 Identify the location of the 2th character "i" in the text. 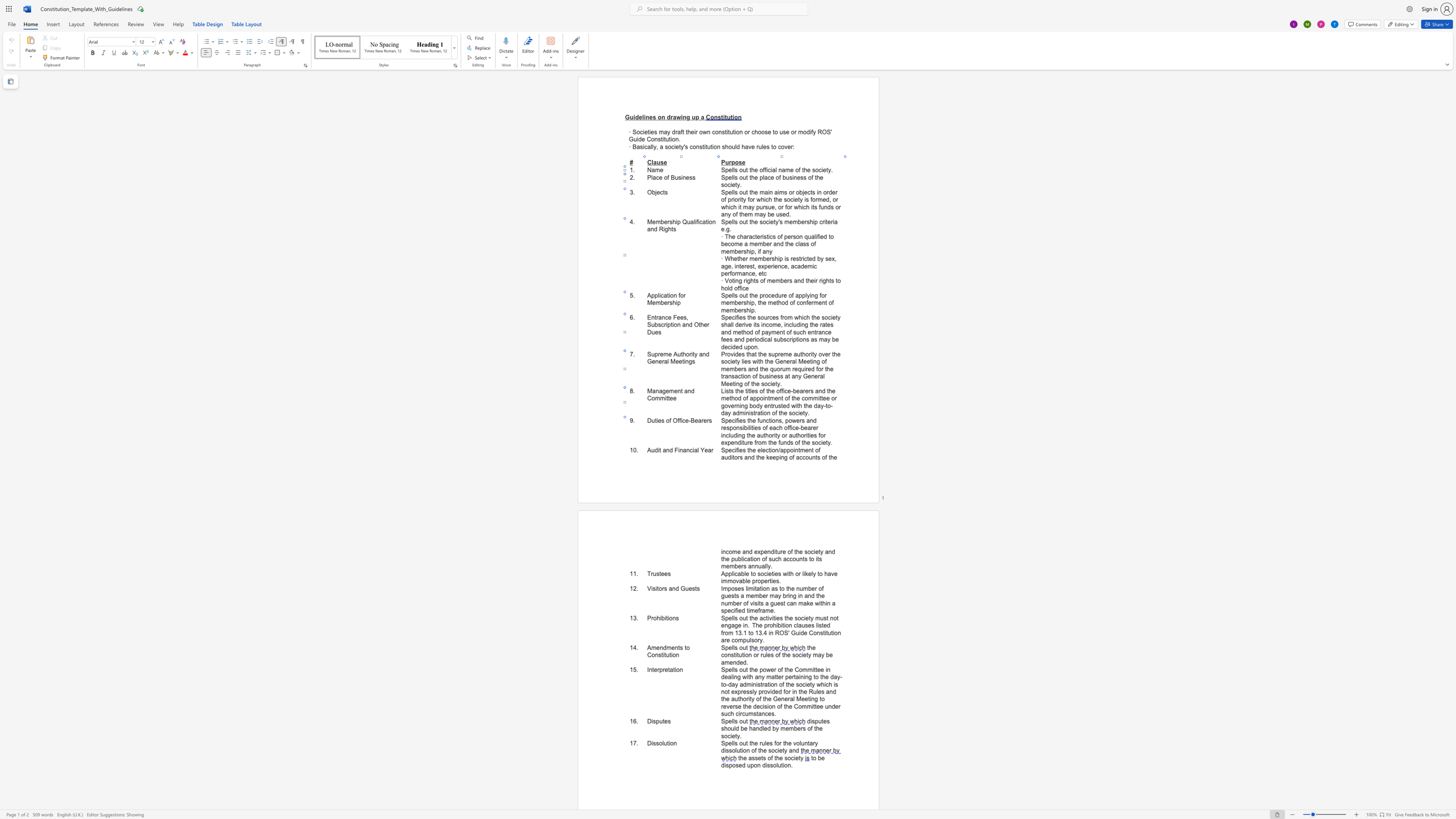
(681, 420).